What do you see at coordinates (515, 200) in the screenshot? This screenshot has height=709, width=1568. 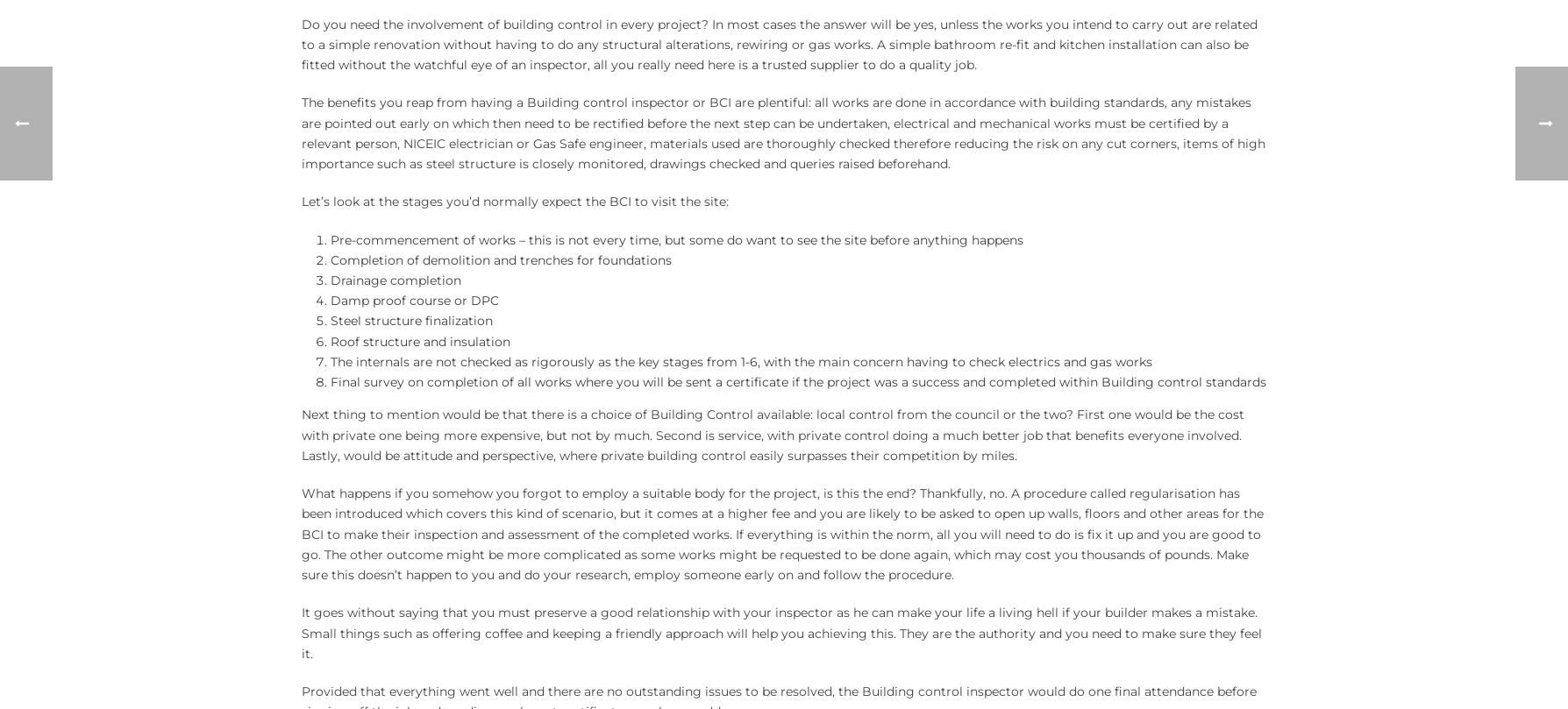 I see `'Let’s look at the stages you’d normally
expect the BCI to visit the site:'` at bounding box center [515, 200].